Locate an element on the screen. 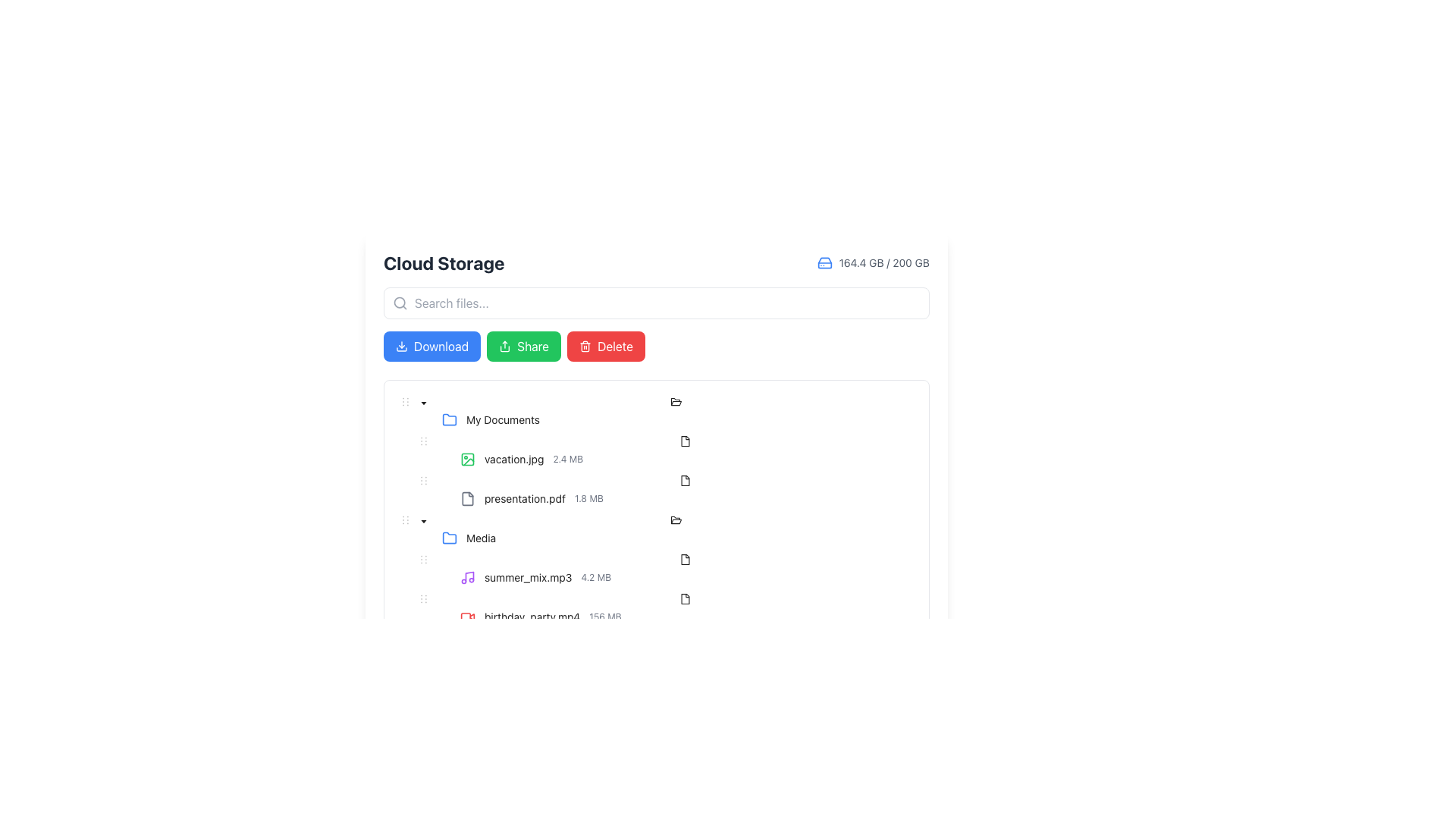  the selectable audio file representation element located in the 'Media' folder of the directory interface is located at coordinates (656, 568).